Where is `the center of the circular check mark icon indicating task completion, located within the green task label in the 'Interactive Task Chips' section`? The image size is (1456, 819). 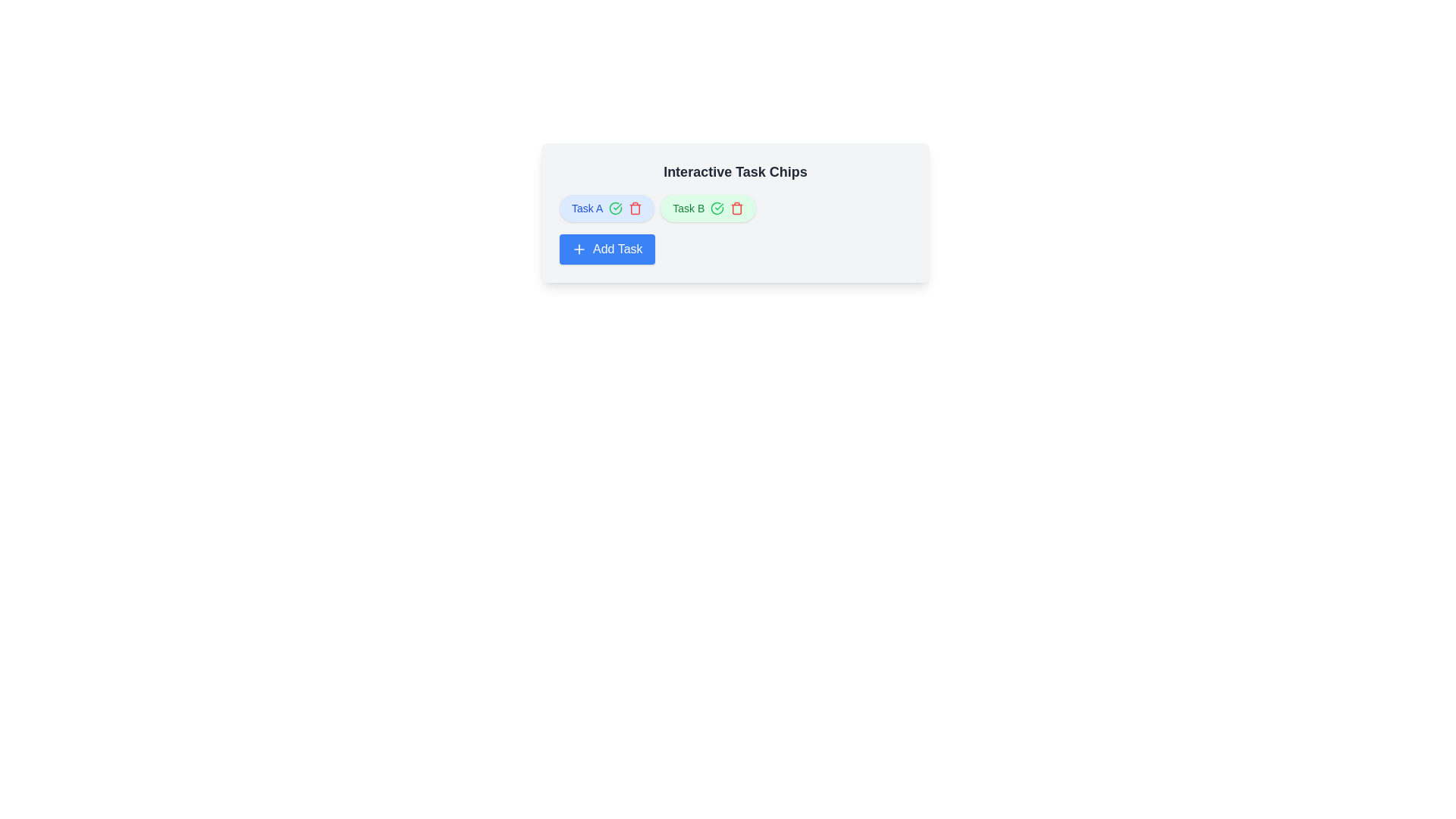 the center of the circular check mark icon indicating task completion, located within the green task label in the 'Interactive Task Chips' section is located at coordinates (616, 208).